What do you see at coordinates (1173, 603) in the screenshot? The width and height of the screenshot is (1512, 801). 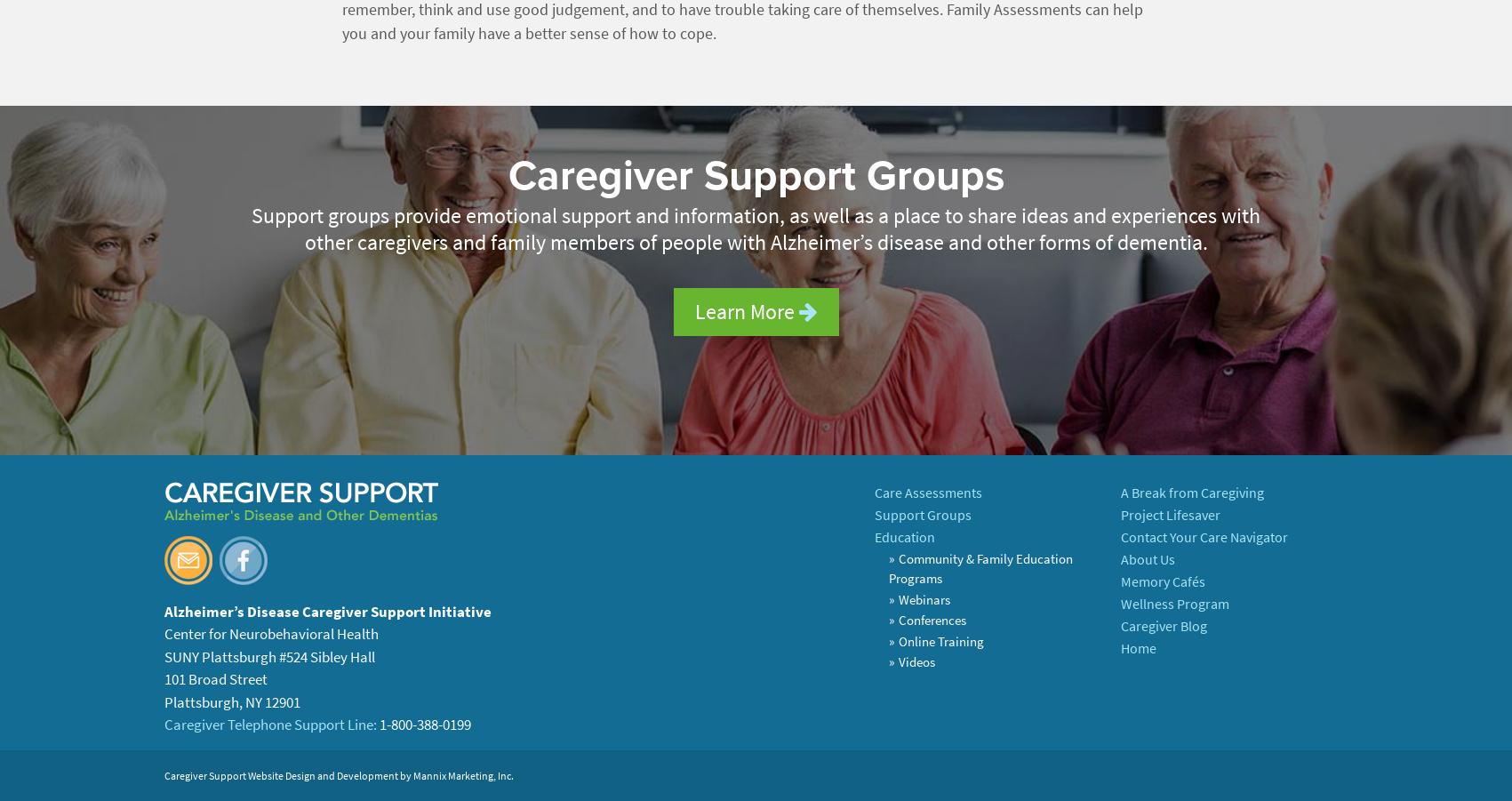 I see `'Wellness Program'` at bounding box center [1173, 603].